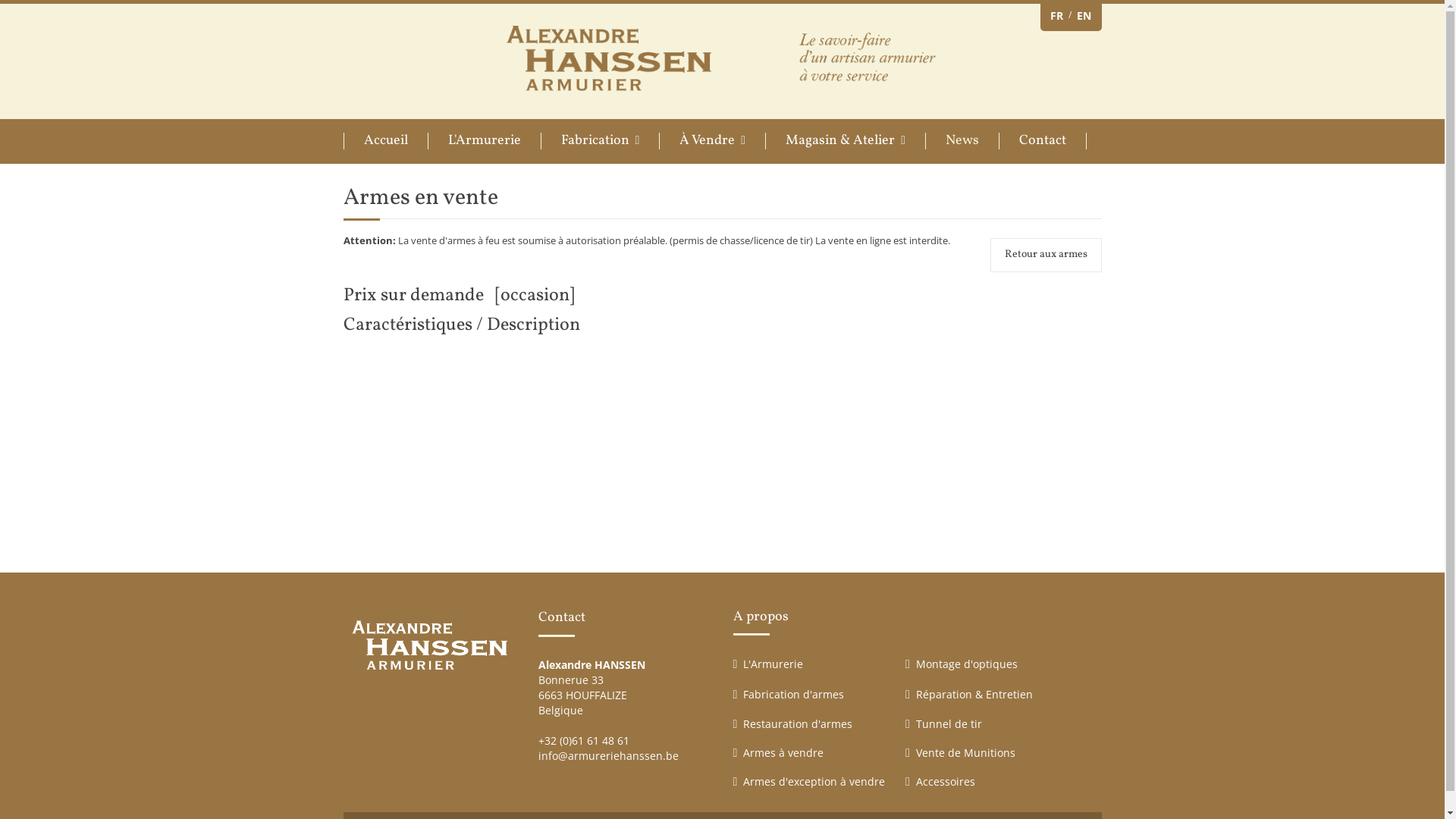  I want to click on 'Retour aux armes', so click(990, 253).